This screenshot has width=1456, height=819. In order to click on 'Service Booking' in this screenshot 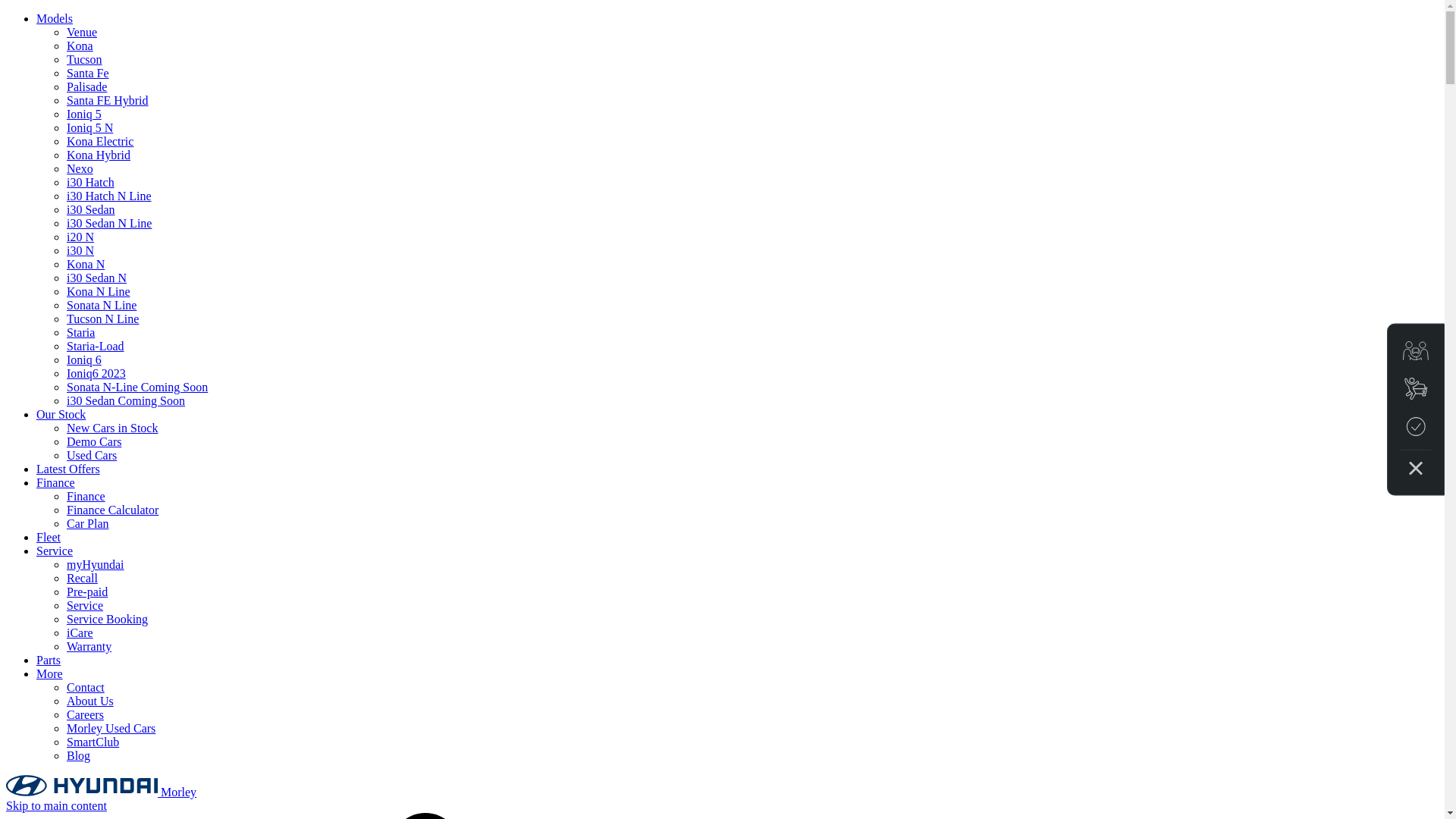, I will do `click(106, 619)`.